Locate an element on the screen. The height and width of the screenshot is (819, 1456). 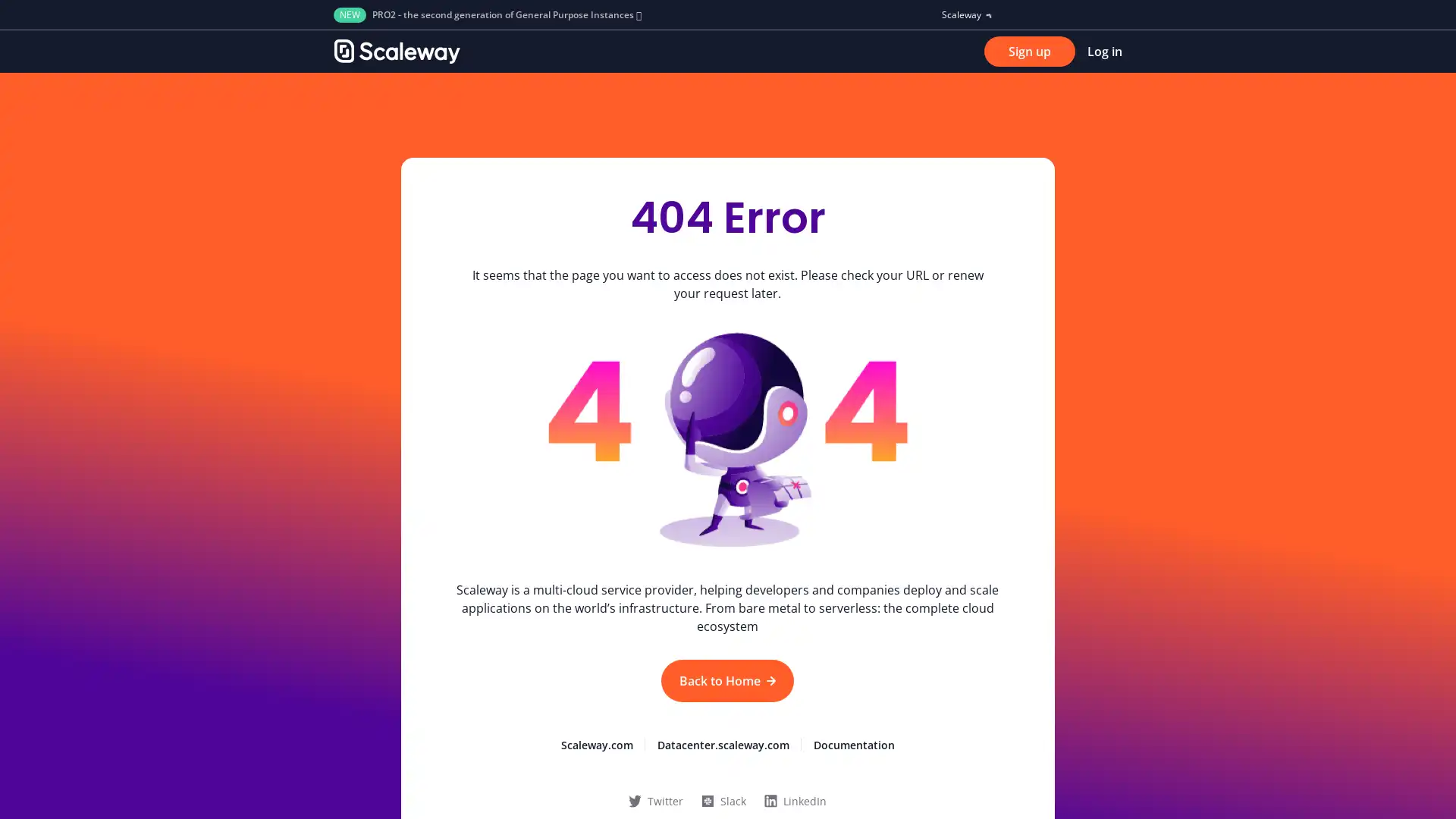
DEVELOPERS is located at coordinates (599, 51).